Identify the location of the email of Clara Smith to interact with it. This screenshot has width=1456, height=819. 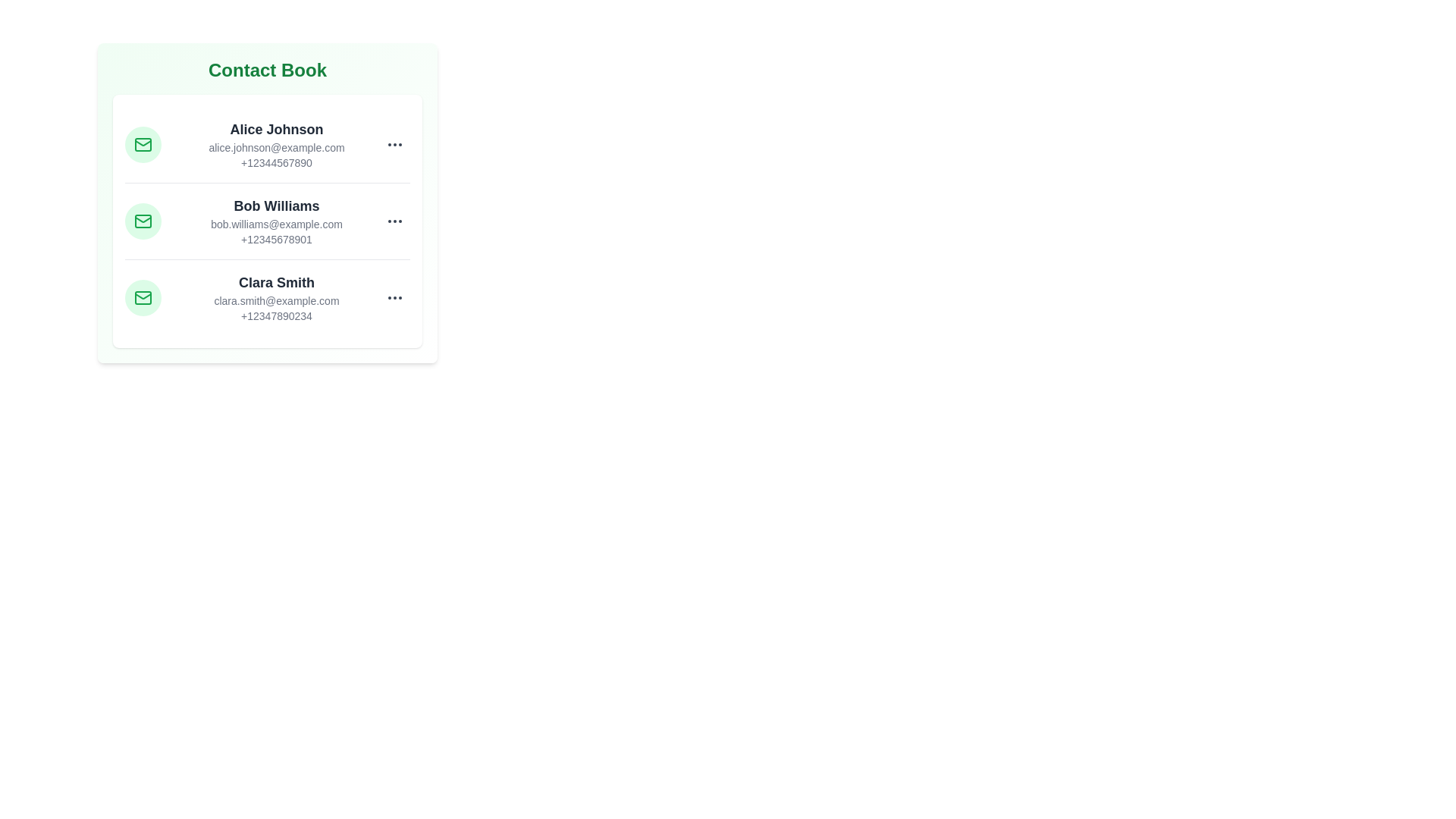
(276, 301).